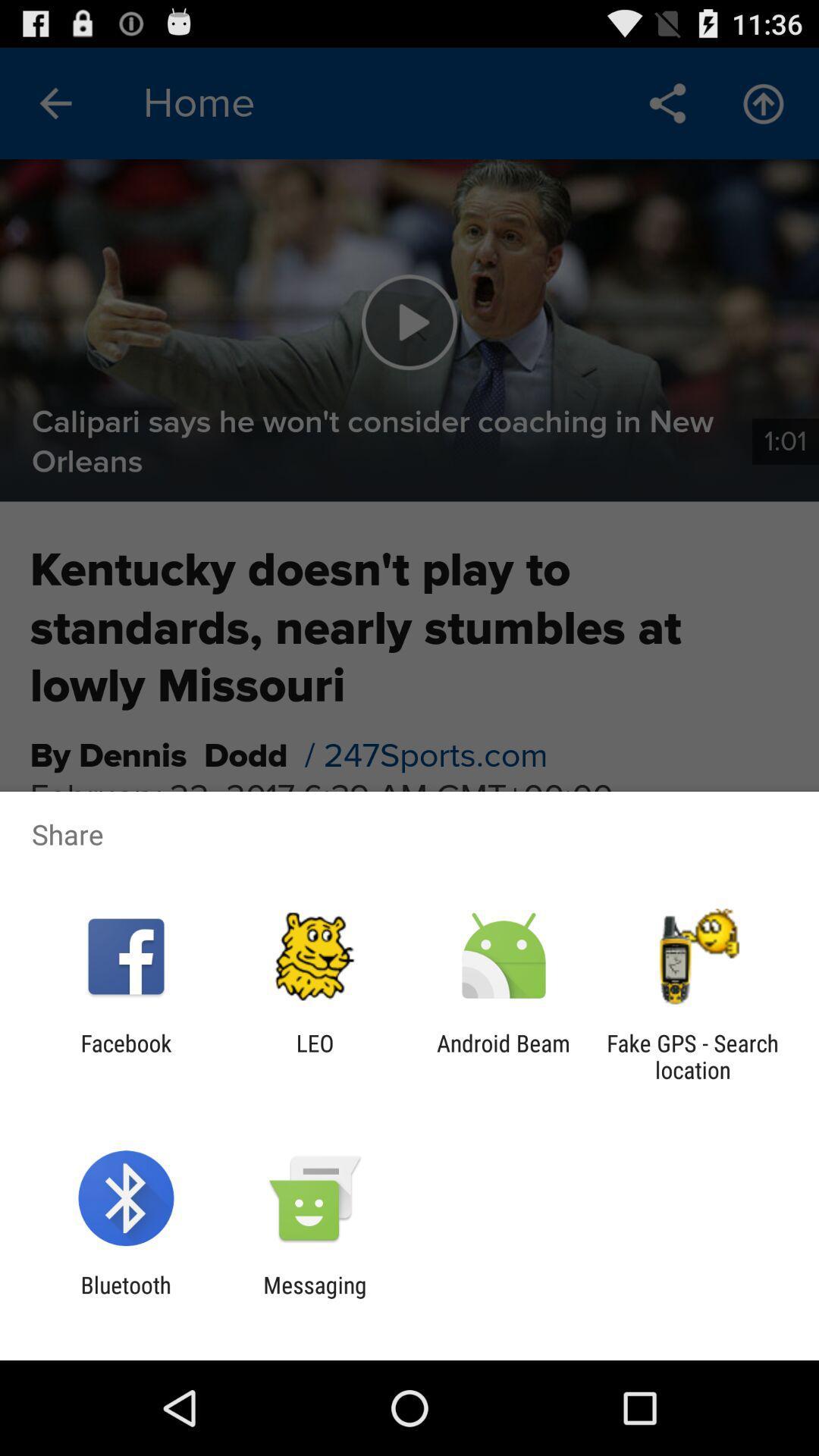  Describe the element at coordinates (314, 1056) in the screenshot. I see `app next to the android beam icon` at that location.